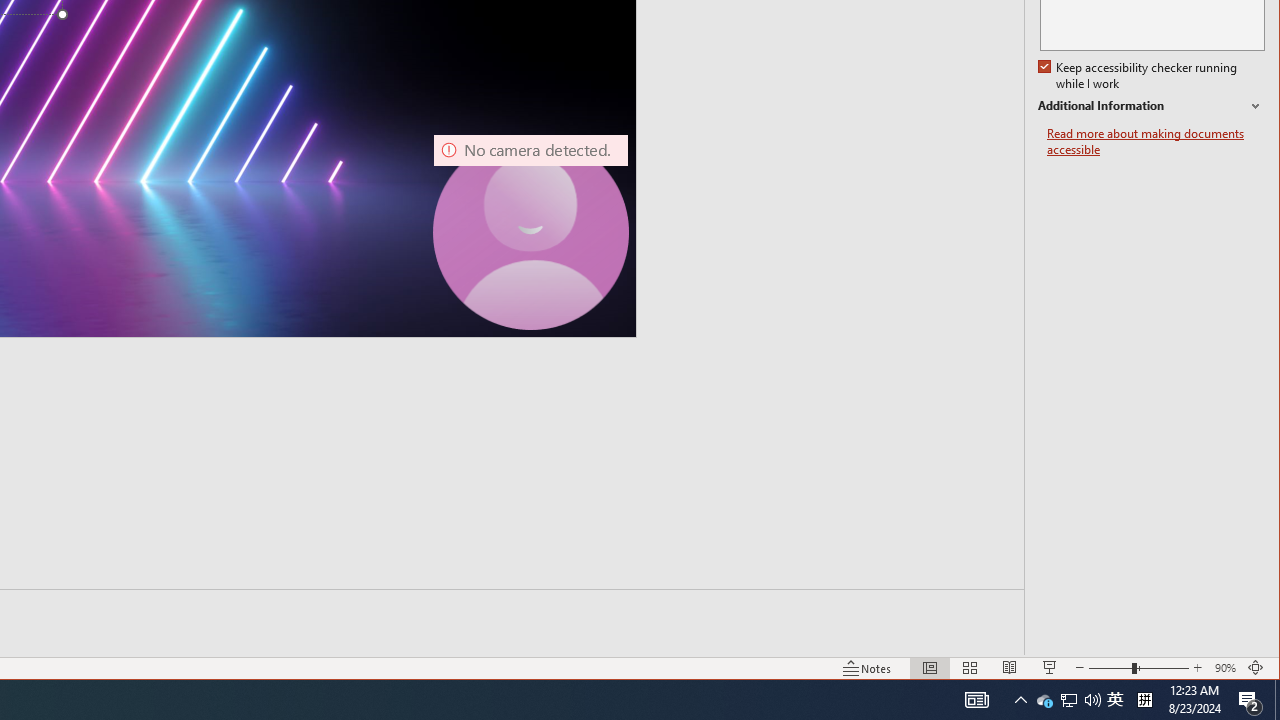 The image size is (1280, 720). I want to click on 'User Promoted Notification Area', so click(1067, 698).